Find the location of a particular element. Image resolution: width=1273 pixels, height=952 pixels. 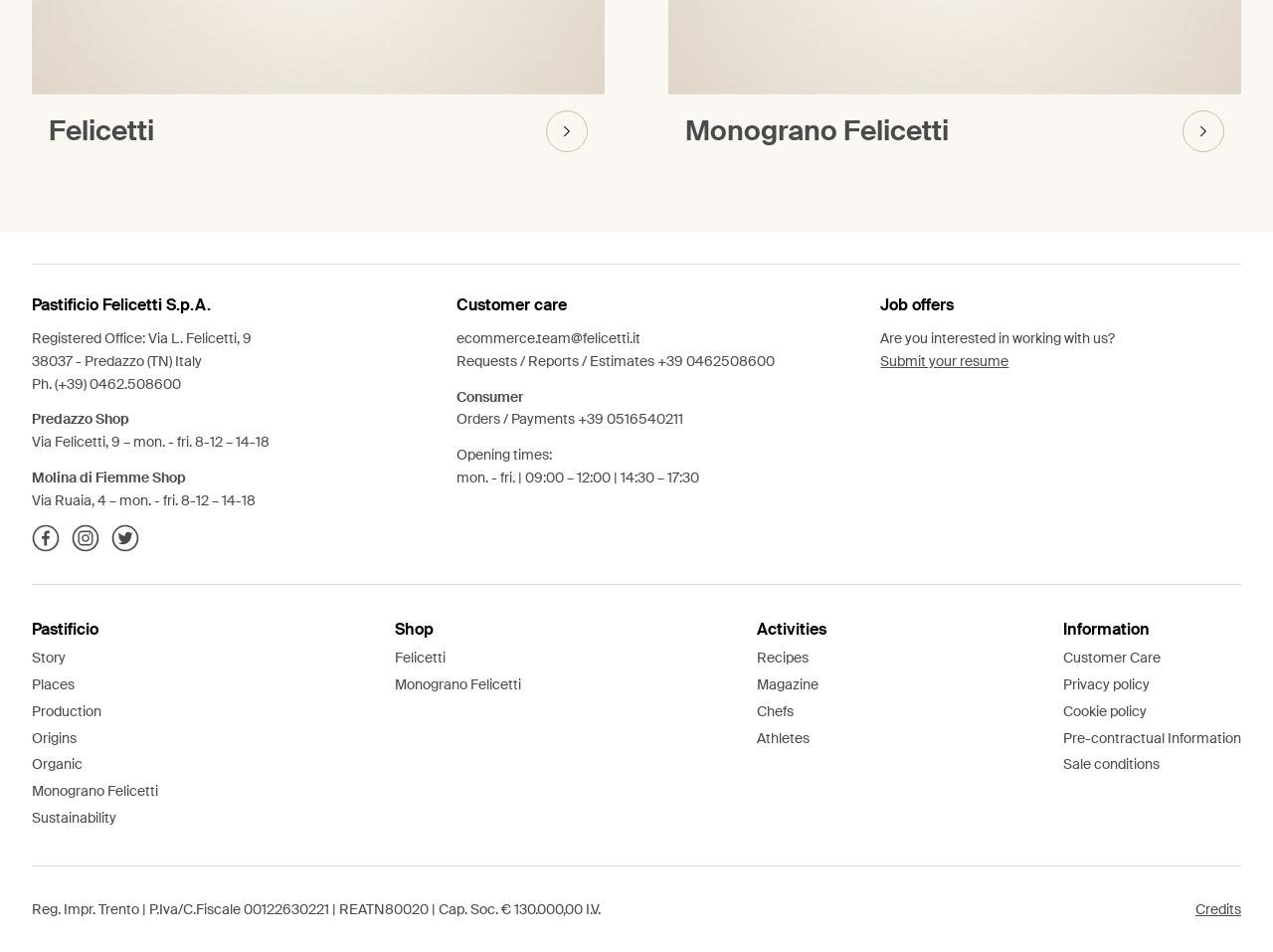

'+39 0462508600' is located at coordinates (714, 360).